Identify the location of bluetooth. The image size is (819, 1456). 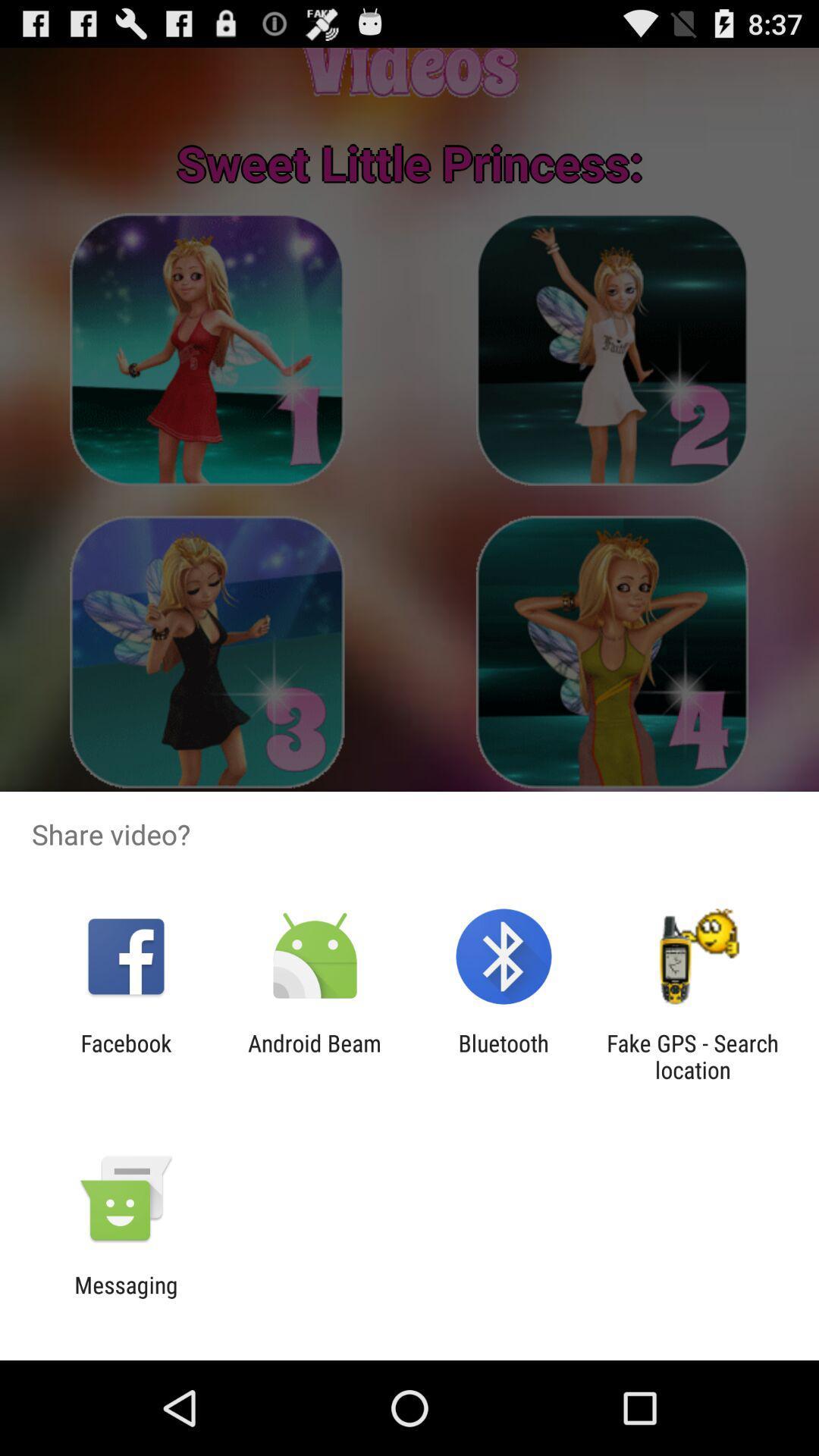
(504, 1056).